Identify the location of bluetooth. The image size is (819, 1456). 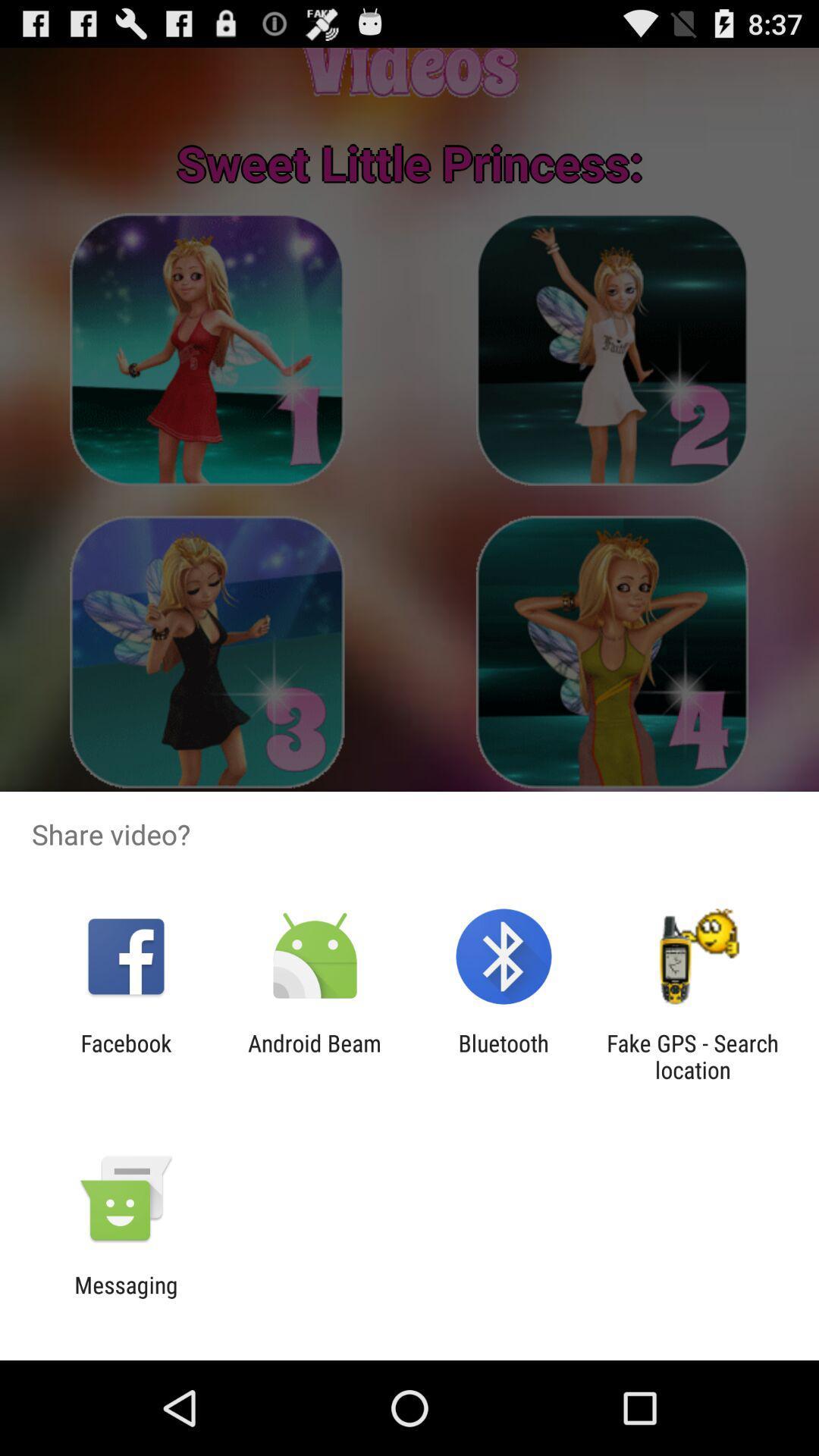
(504, 1056).